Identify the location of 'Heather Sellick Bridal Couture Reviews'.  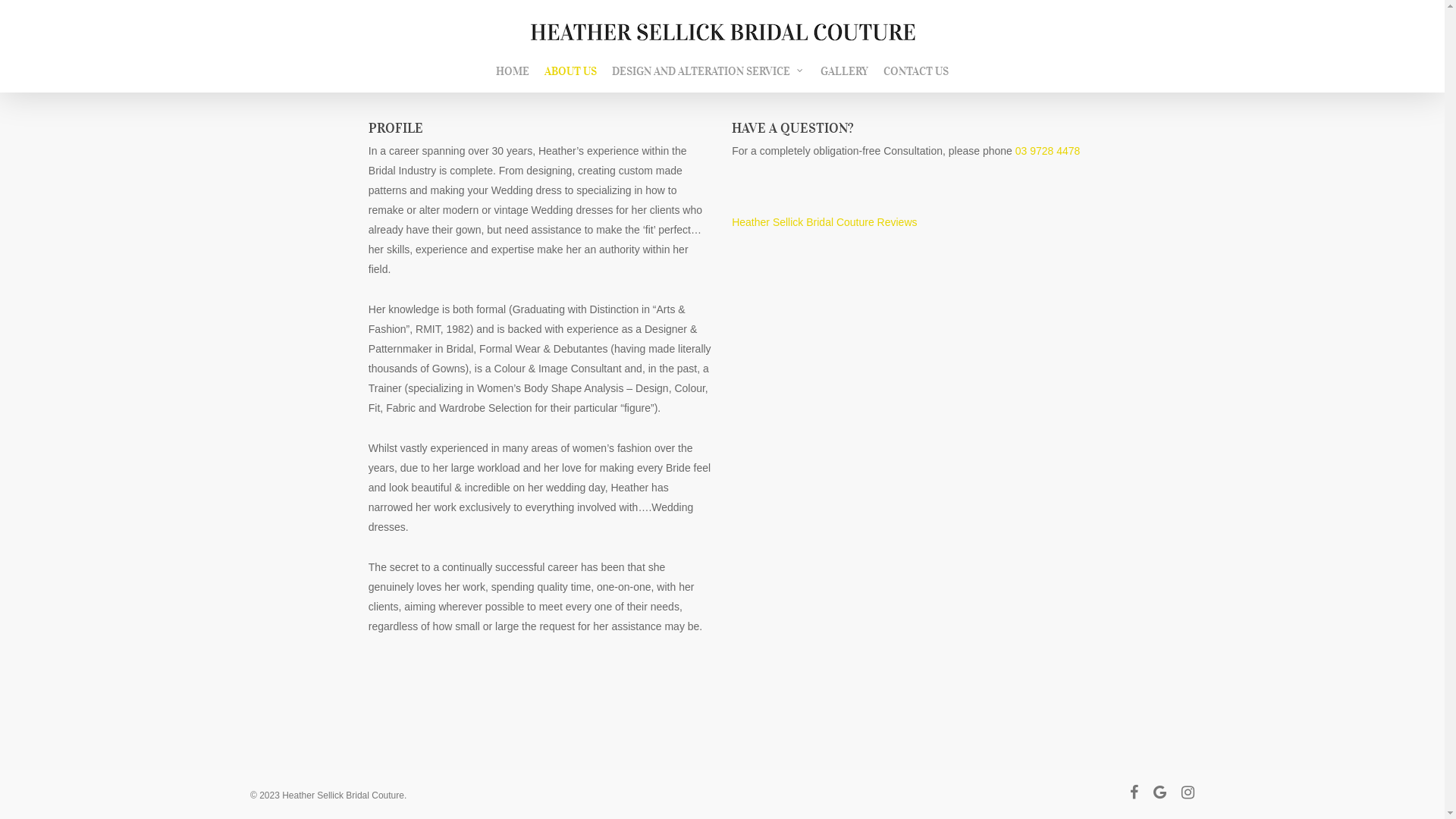
(731, 222).